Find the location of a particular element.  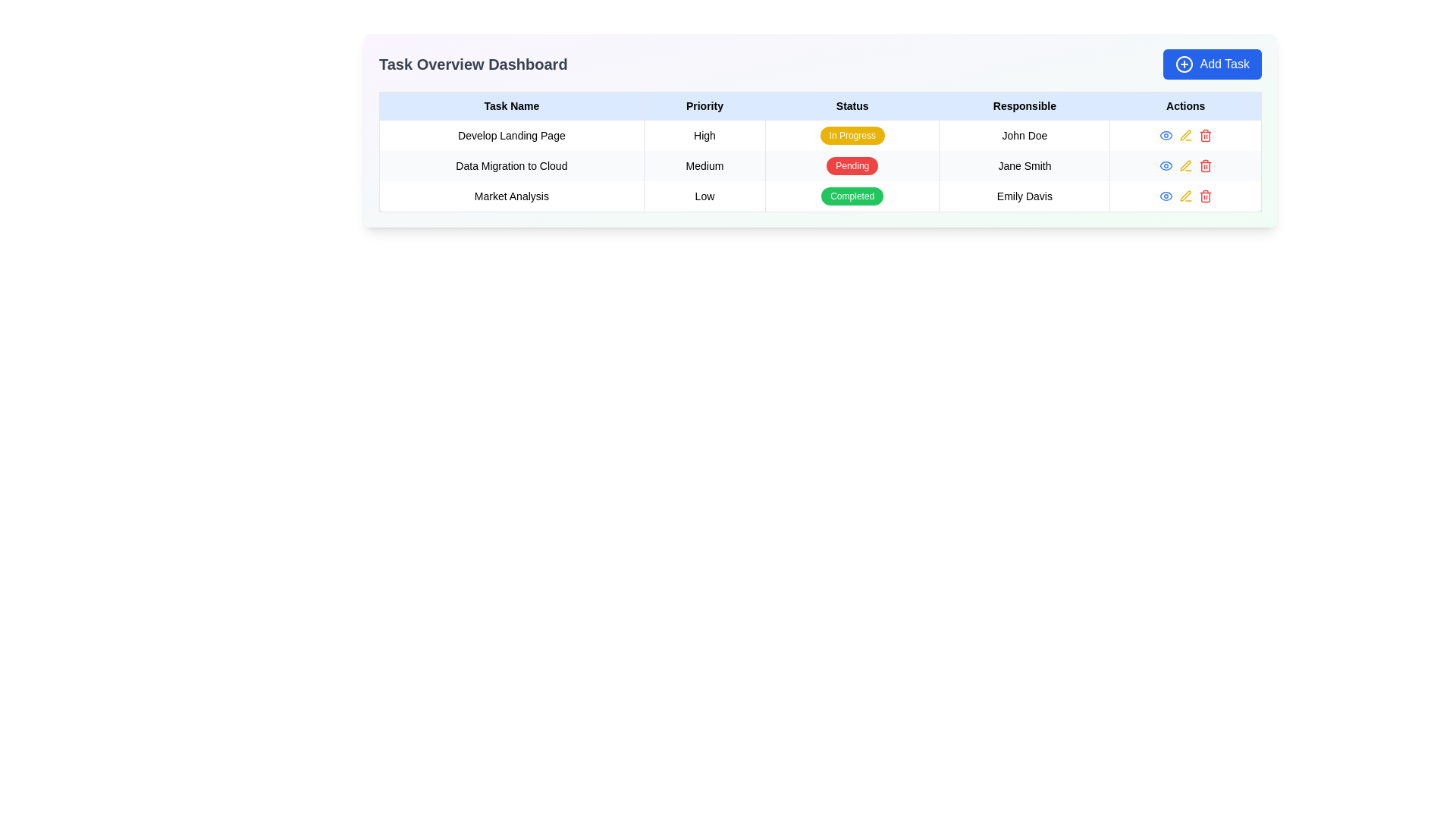

the eye-like icon located in the 'Actions' column of the table, in the first row is located at coordinates (1165, 195).